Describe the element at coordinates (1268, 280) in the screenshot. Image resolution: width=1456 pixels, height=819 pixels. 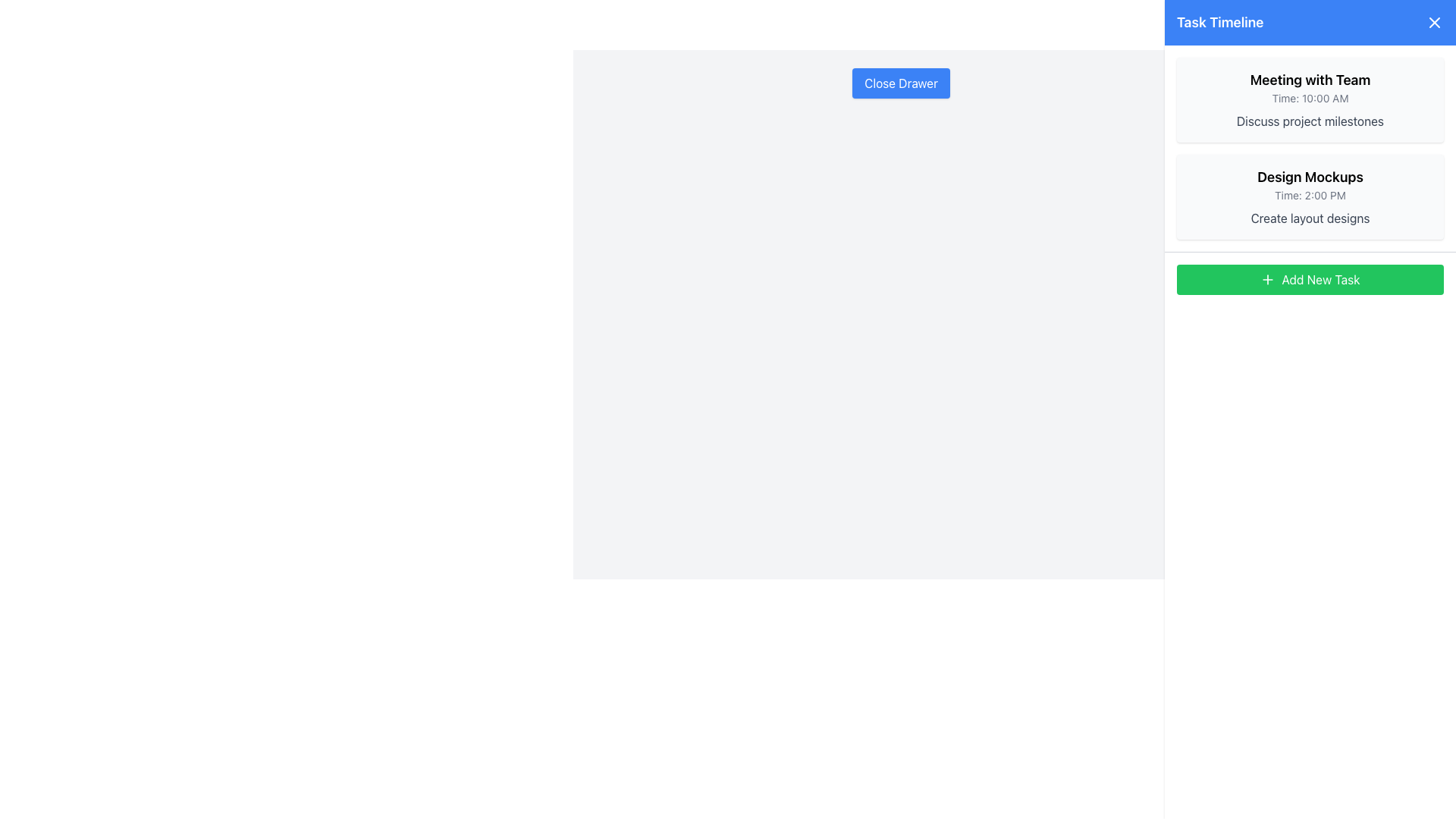
I see `the plus icon within the green rectangular button labeled 'Add New Task' at the bottom of the task timeline interface` at that location.